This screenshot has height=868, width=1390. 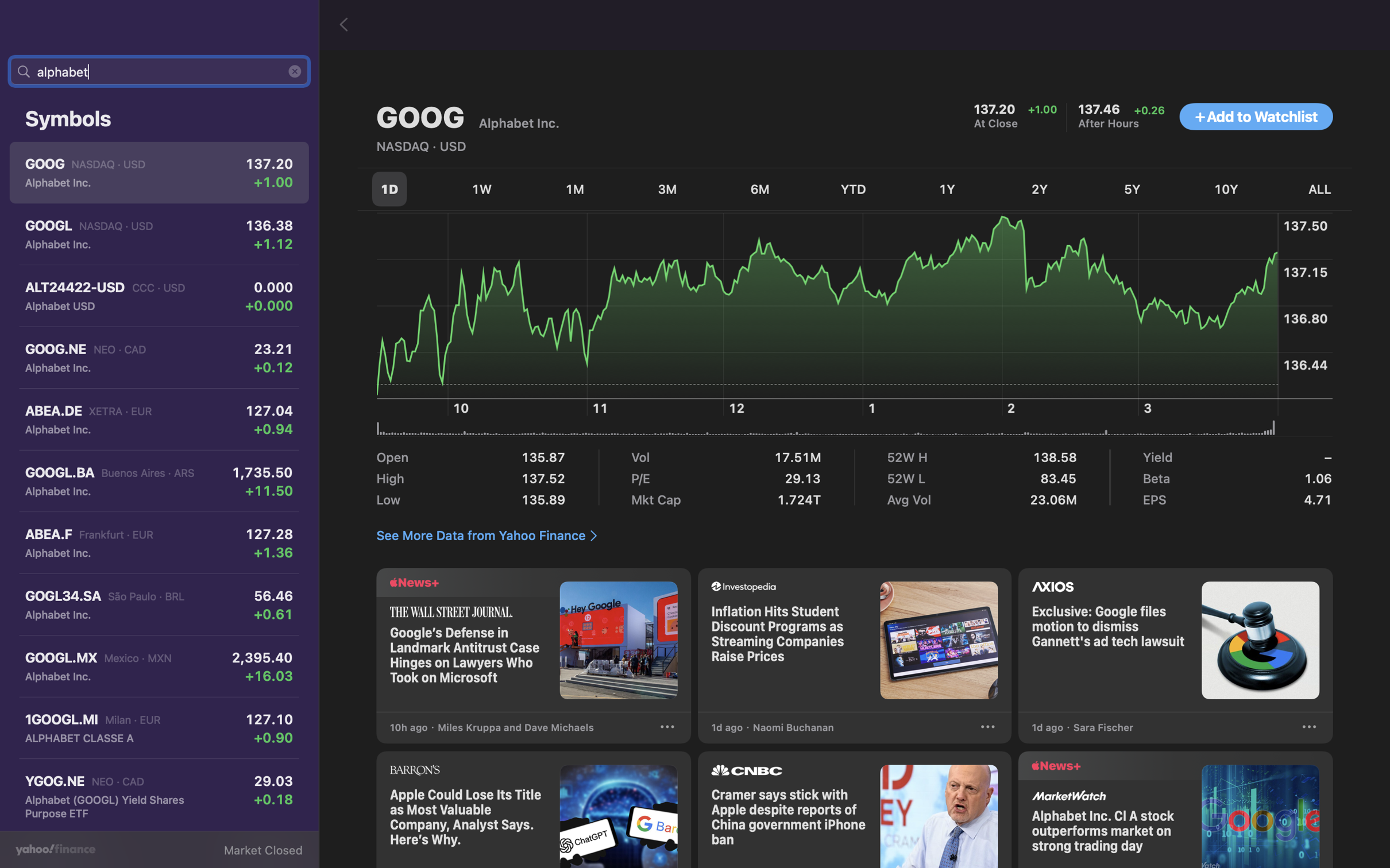 I want to click on Put the stock on the watchlist, so click(x=1256, y=117).